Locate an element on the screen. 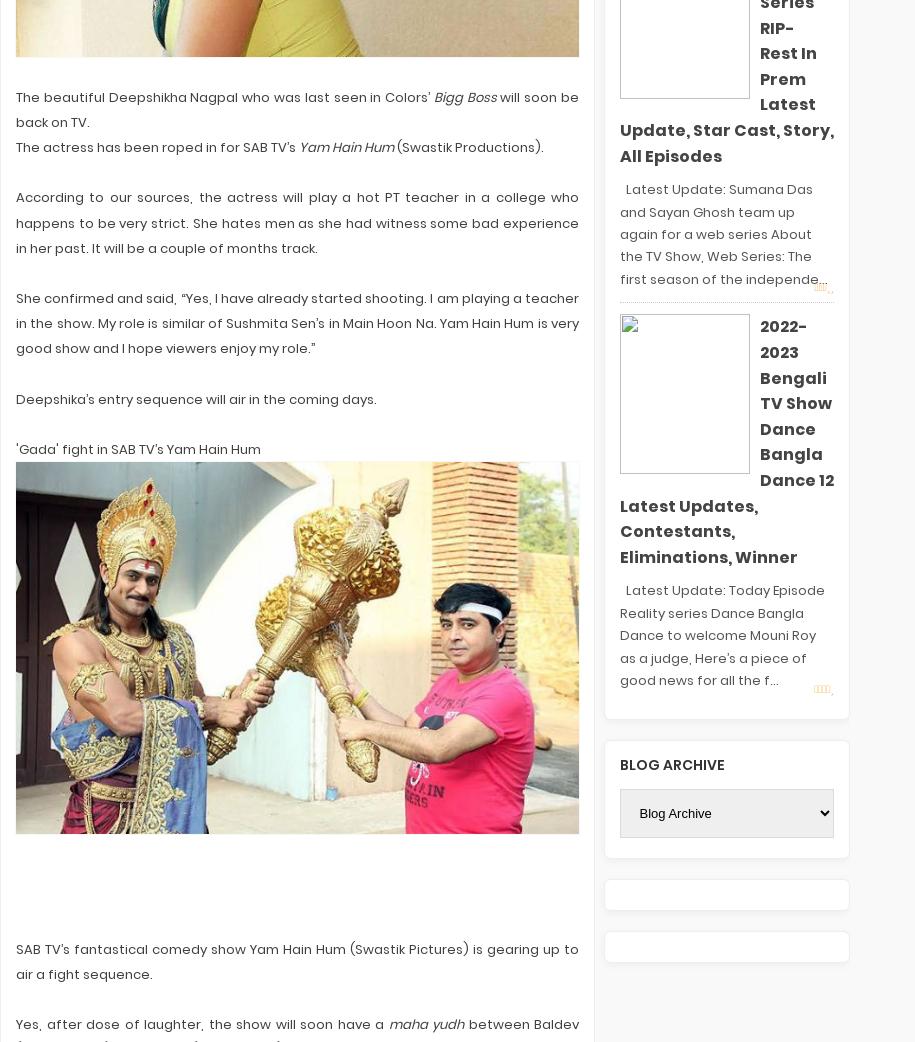 The image size is (915, 1042). 'SAB TV’s fantastical comedy show Yam Hain Hum (Swastik Pictures) is gearing up to air a fight sequence.' is located at coordinates (16, 961).